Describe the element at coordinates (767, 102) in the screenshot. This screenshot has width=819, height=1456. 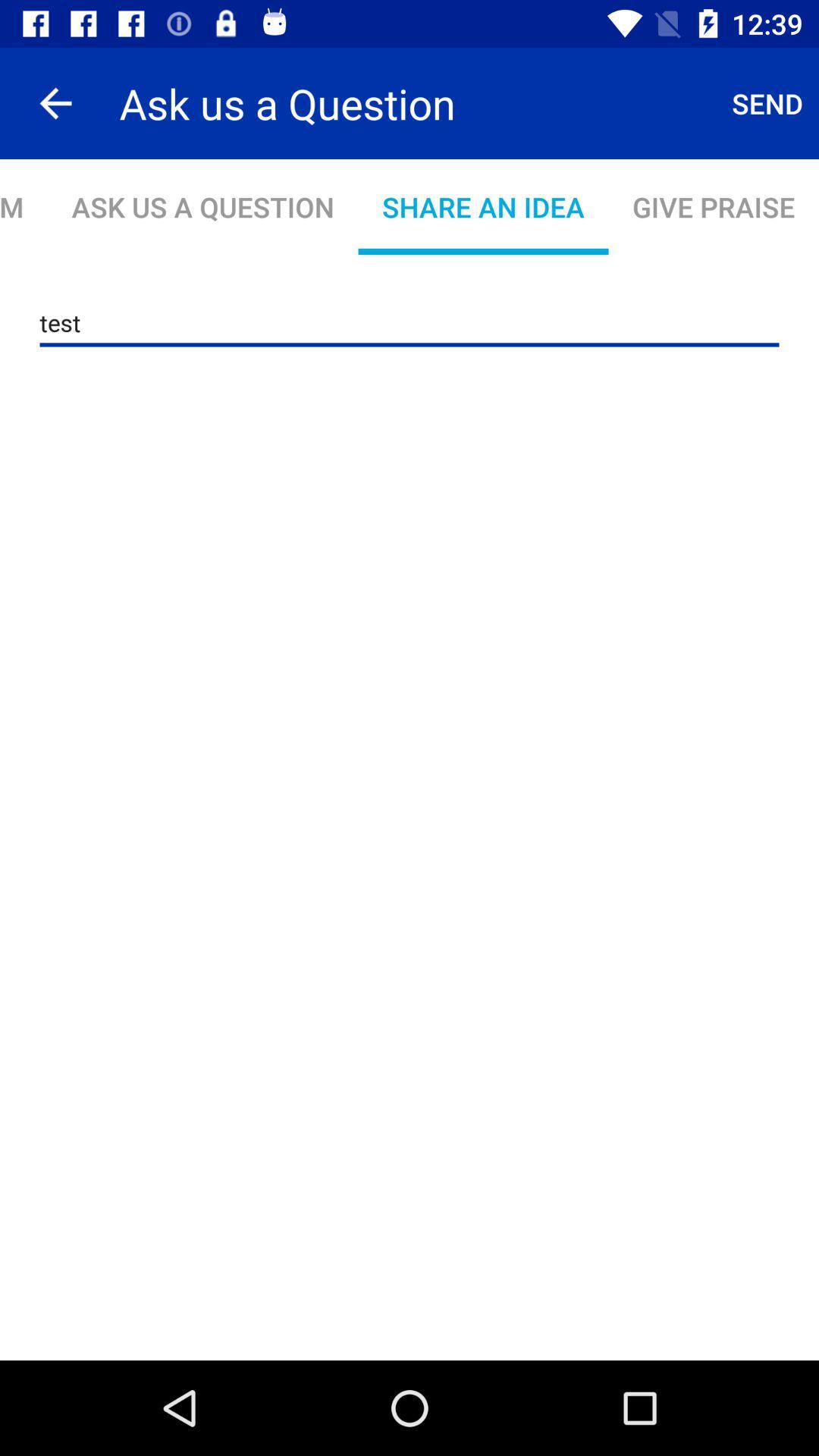
I see `the item to the right of ask us a icon` at that location.